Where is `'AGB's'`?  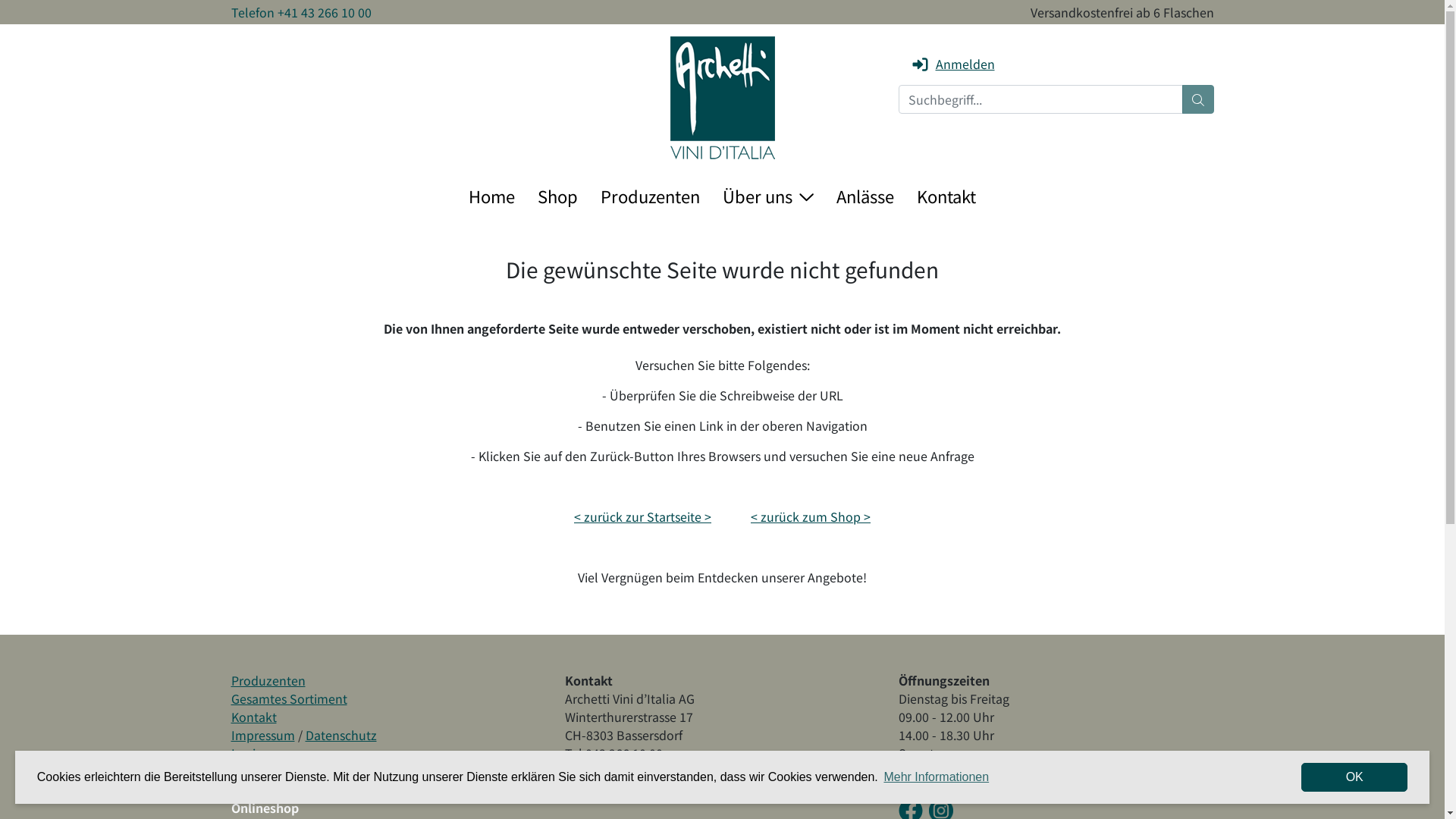 'AGB's' is located at coordinates (229, 771).